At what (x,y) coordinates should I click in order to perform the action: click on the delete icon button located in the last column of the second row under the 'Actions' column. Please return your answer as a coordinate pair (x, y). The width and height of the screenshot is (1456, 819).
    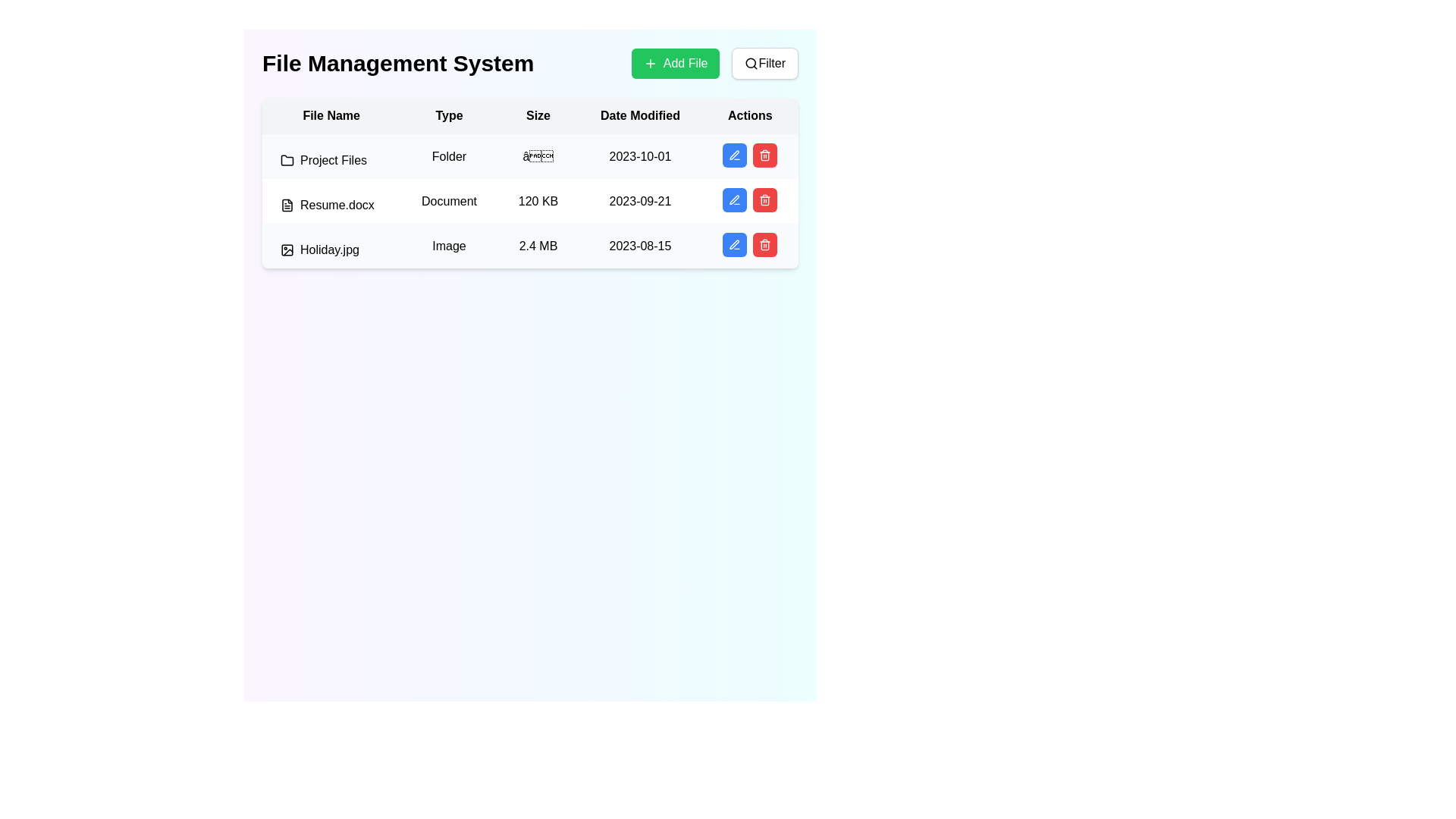
    Looking at the image, I should click on (764, 199).